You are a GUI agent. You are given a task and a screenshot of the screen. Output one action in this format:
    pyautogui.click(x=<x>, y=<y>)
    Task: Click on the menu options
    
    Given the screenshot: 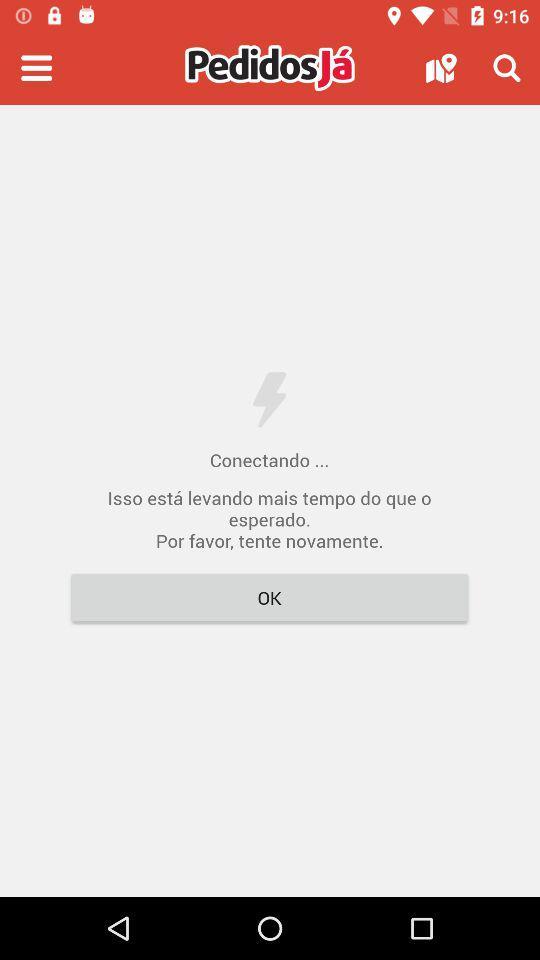 What is the action you would take?
    pyautogui.click(x=36, y=68)
    